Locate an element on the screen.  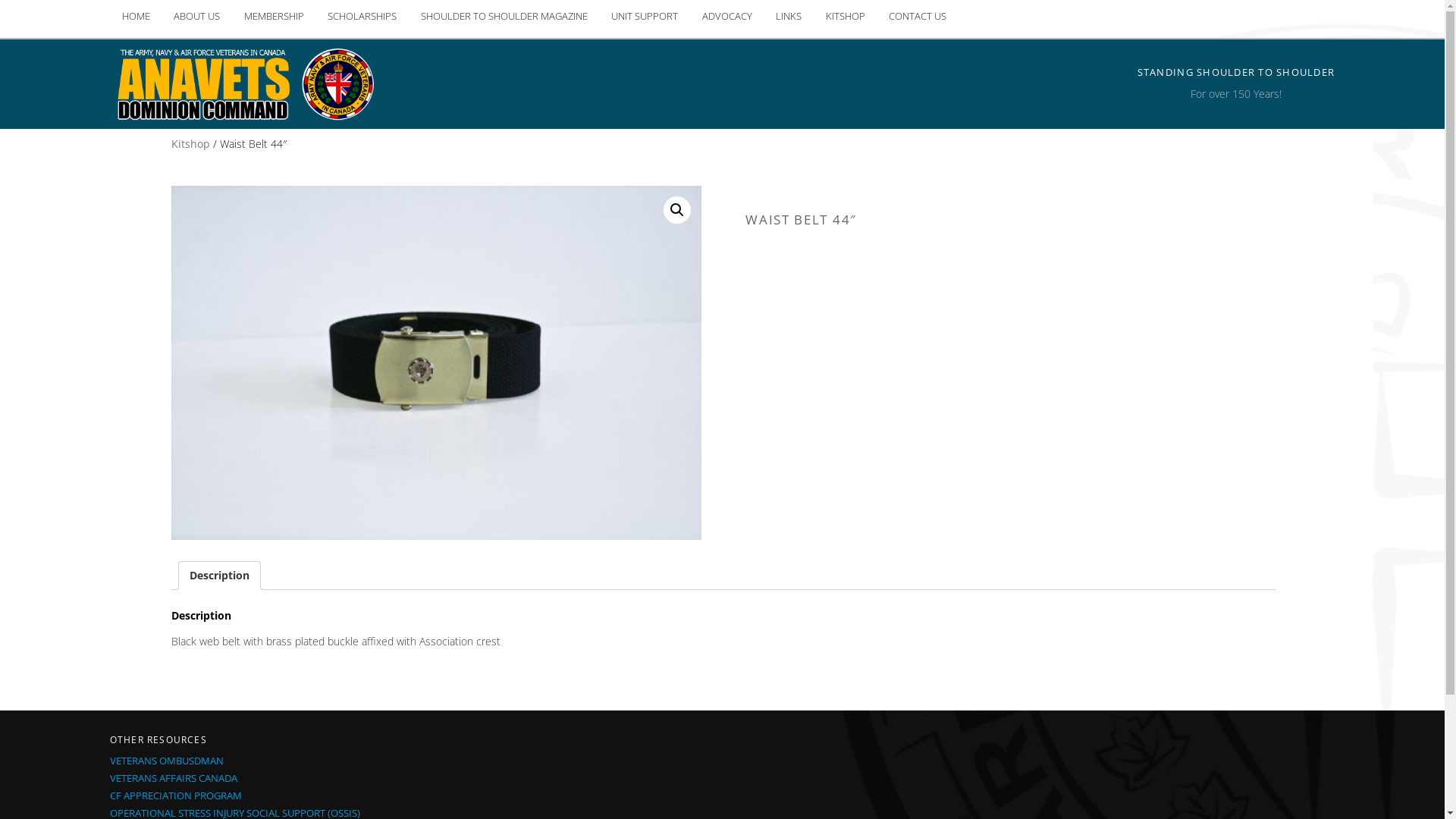
'HOME' is located at coordinates (136, 16).